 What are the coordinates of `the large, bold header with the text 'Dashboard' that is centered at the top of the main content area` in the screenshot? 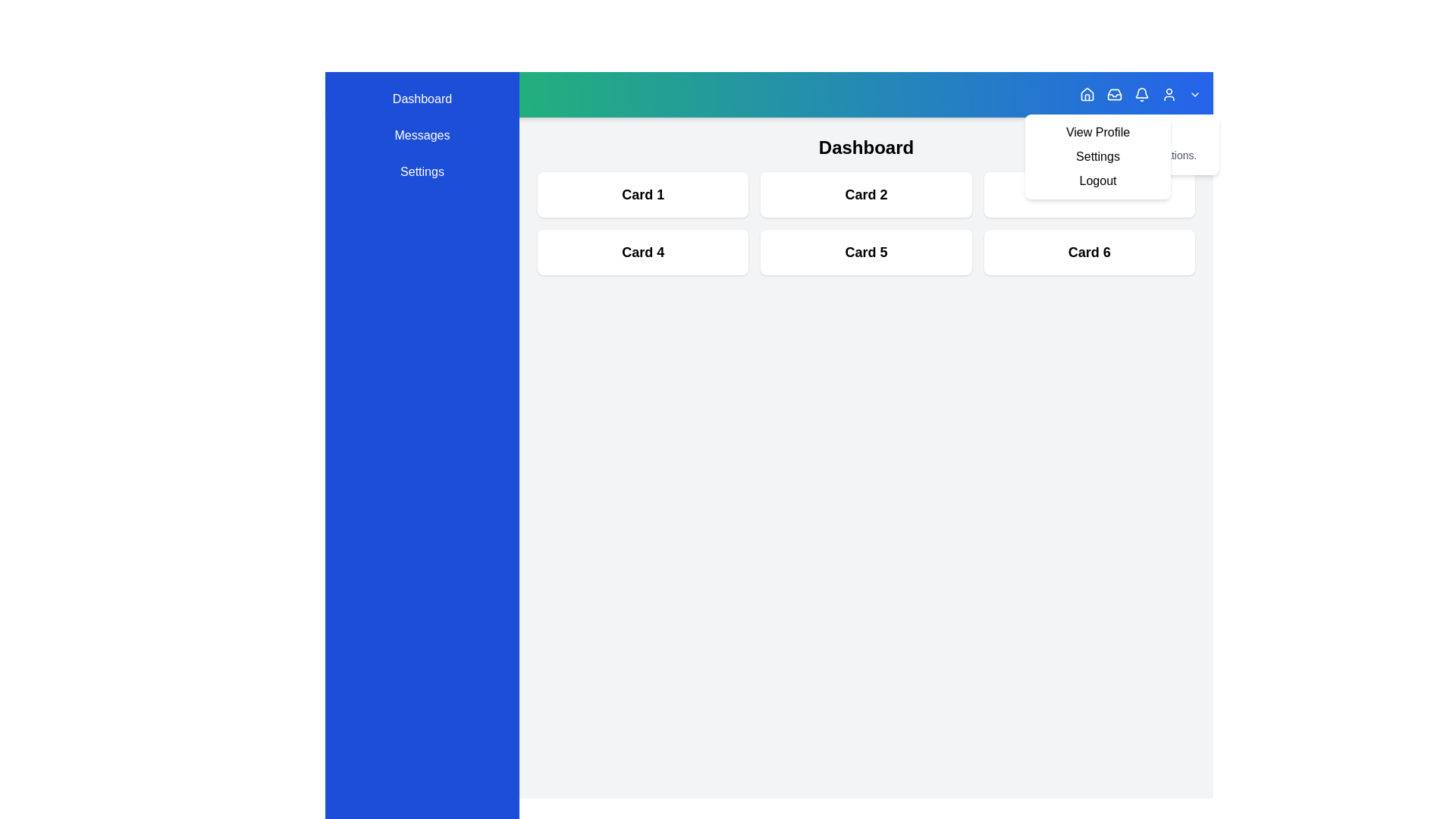 It's located at (866, 148).